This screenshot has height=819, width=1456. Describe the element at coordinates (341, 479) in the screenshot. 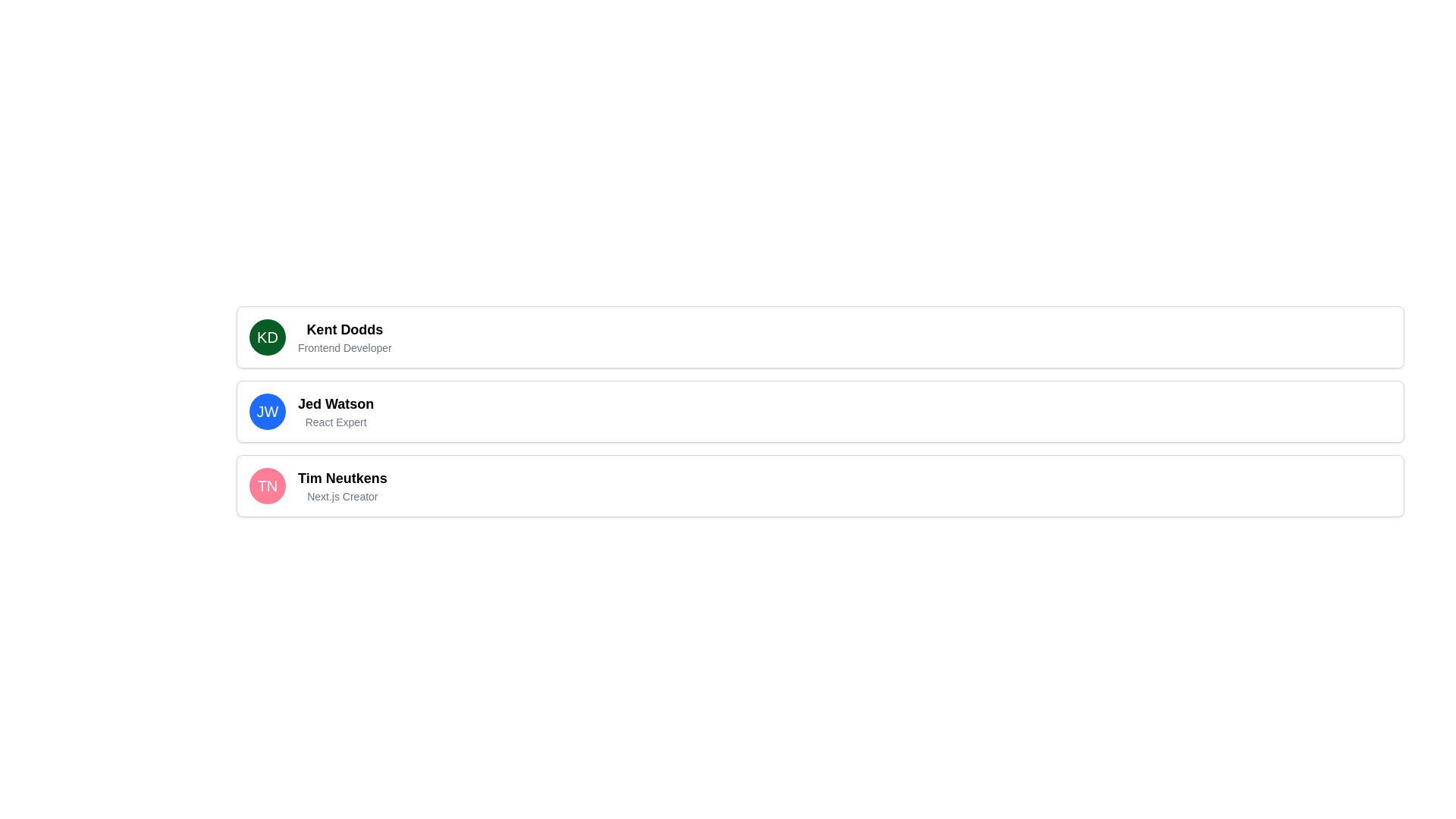

I see `the text display showing 'Tim Neutkens' in bold within the third profile card` at that location.